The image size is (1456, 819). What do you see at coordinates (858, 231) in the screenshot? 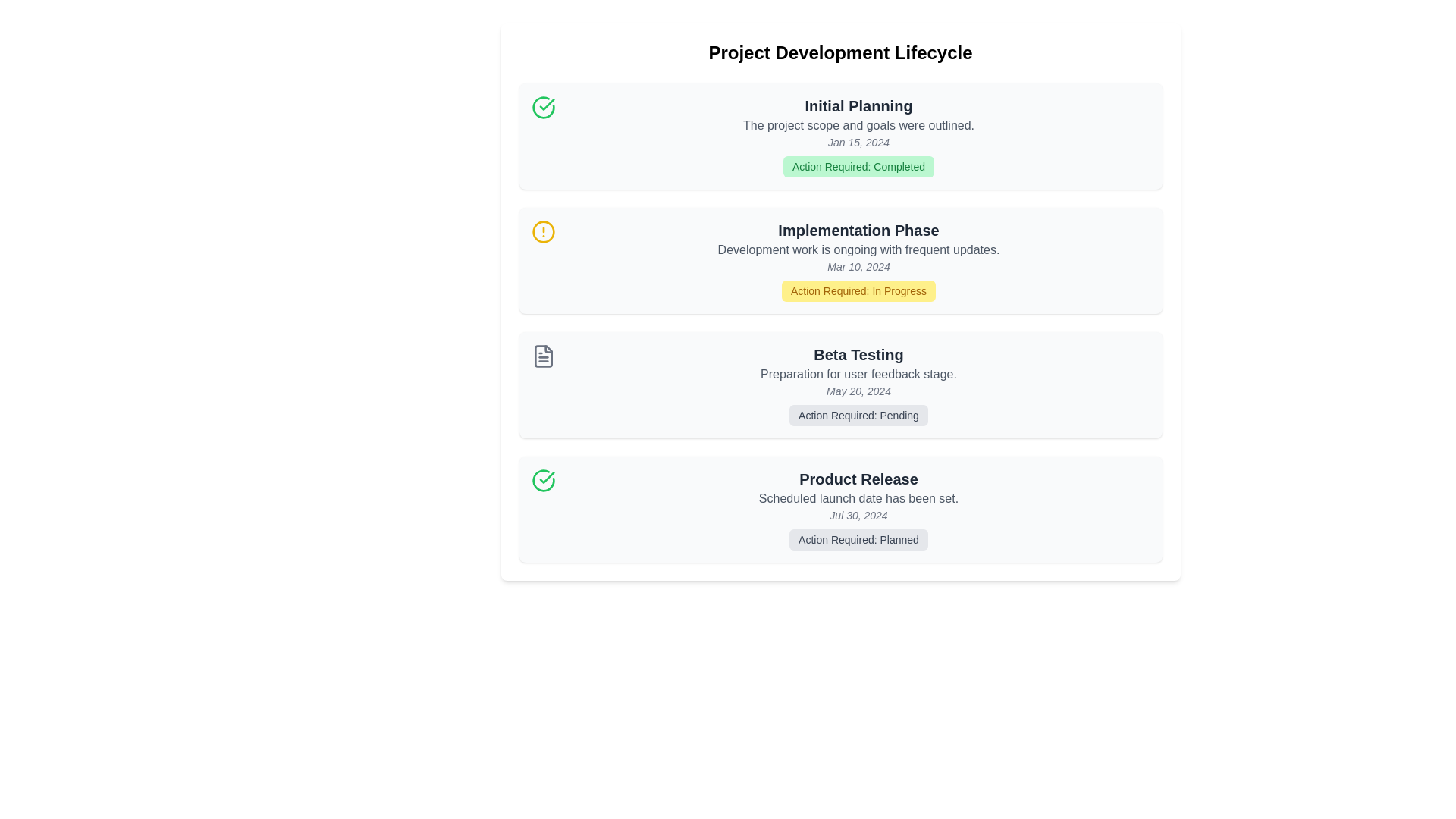
I see `the text label displaying 'Implementation Phase' which is bold and large in dark gray color, located centrally aligned under the section header 'Implementation Phase'` at bounding box center [858, 231].